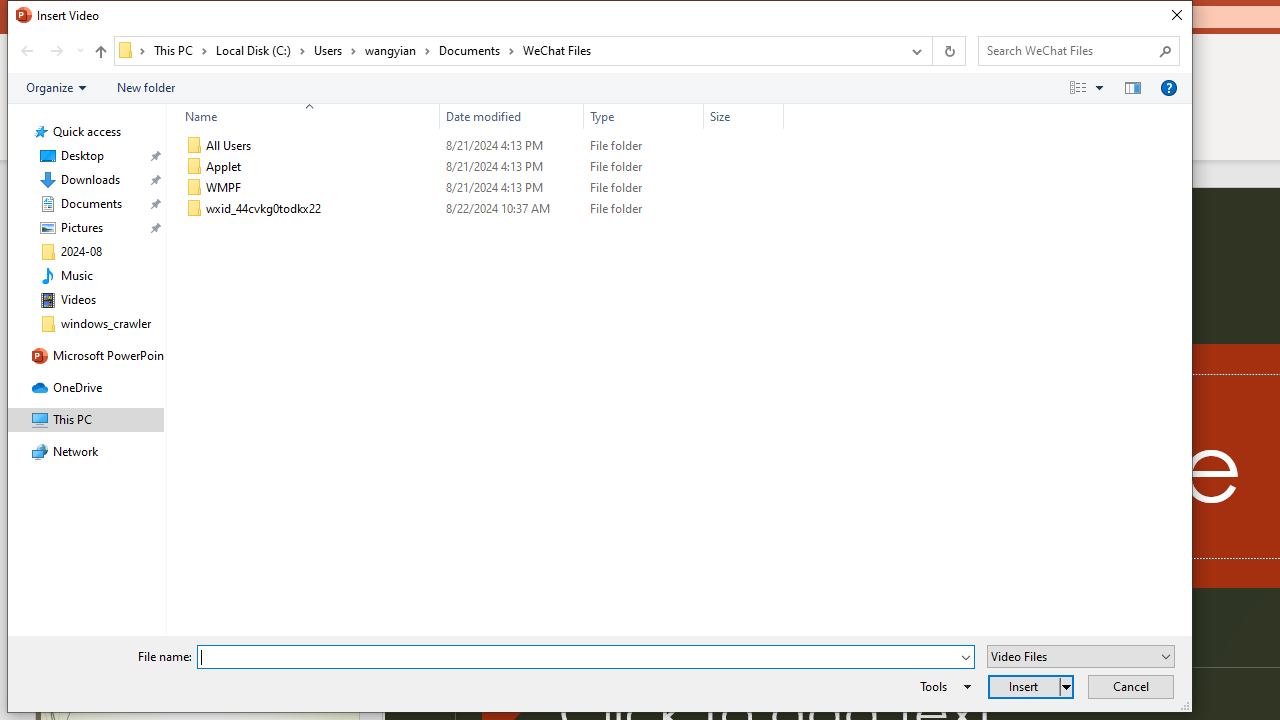 This screenshot has height=720, width=1280. What do you see at coordinates (512, 116) in the screenshot?
I see `'Date modified'` at bounding box center [512, 116].